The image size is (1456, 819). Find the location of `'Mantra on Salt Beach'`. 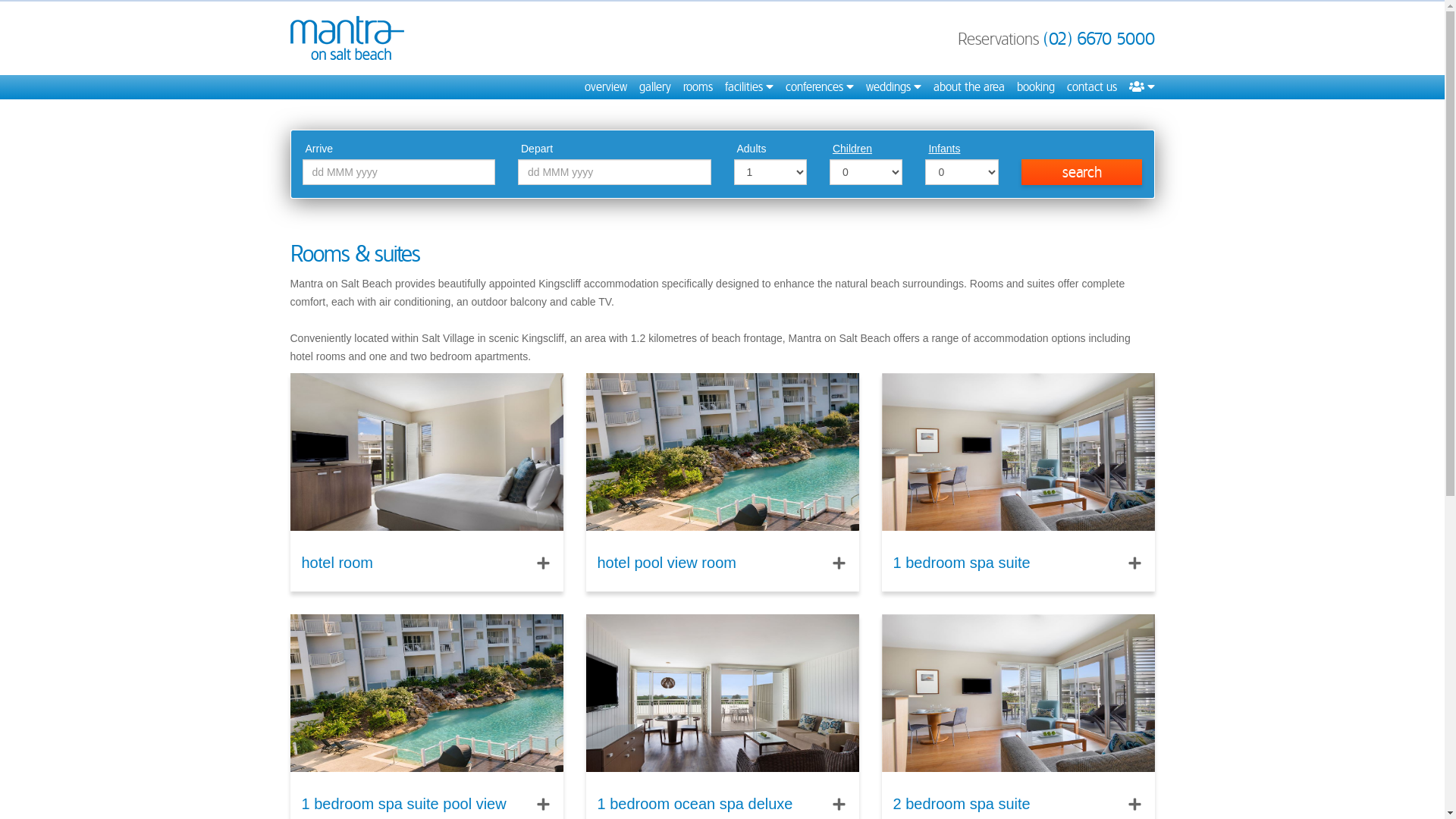

'Mantra on Salt Beach' is located at coordinates (345, 36).